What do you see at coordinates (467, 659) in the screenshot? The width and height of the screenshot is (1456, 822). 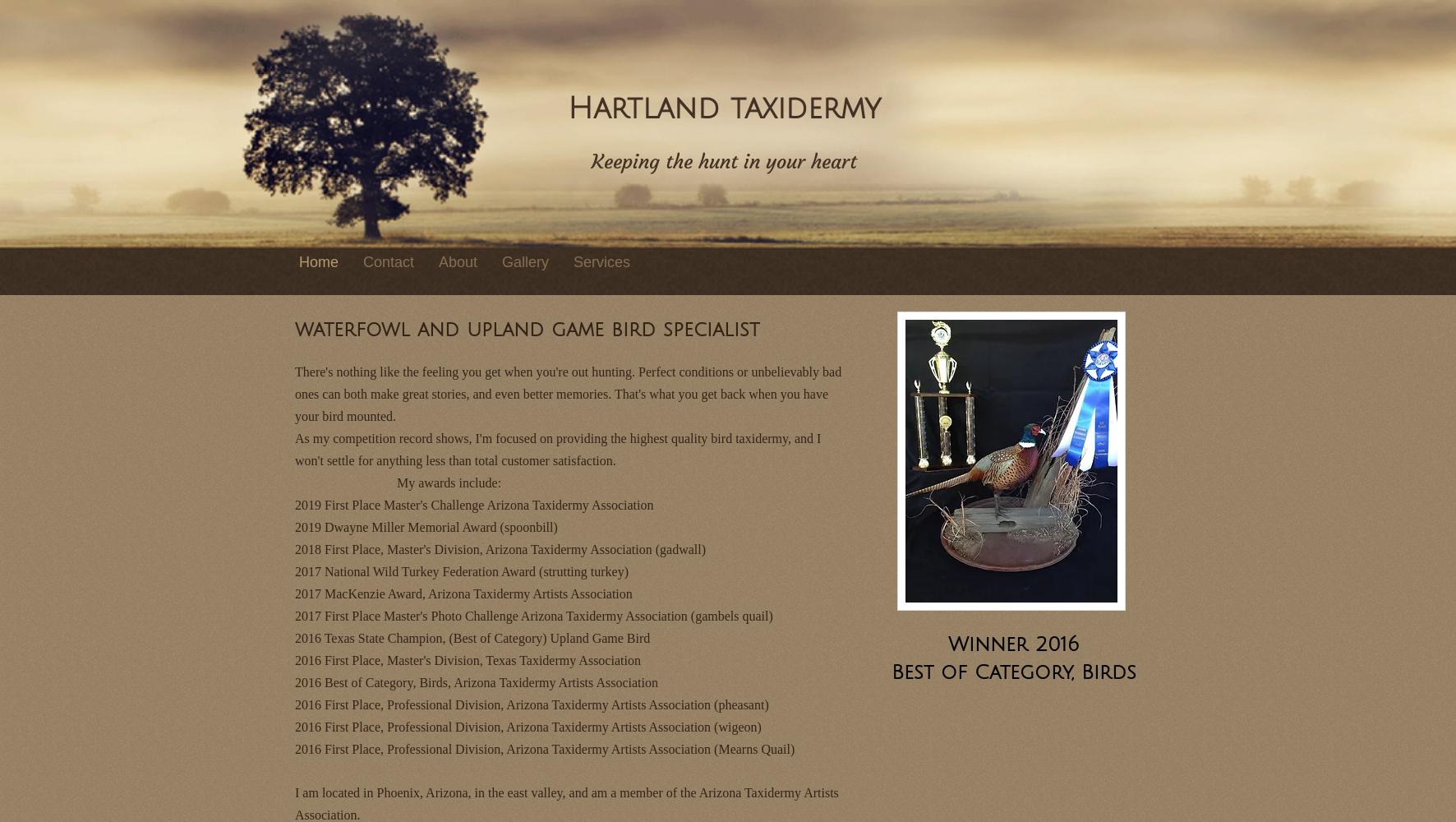 I see `'2016 First Place, Master's Division, Texas Taxidermy Association'` at bounding box center [467, 659].